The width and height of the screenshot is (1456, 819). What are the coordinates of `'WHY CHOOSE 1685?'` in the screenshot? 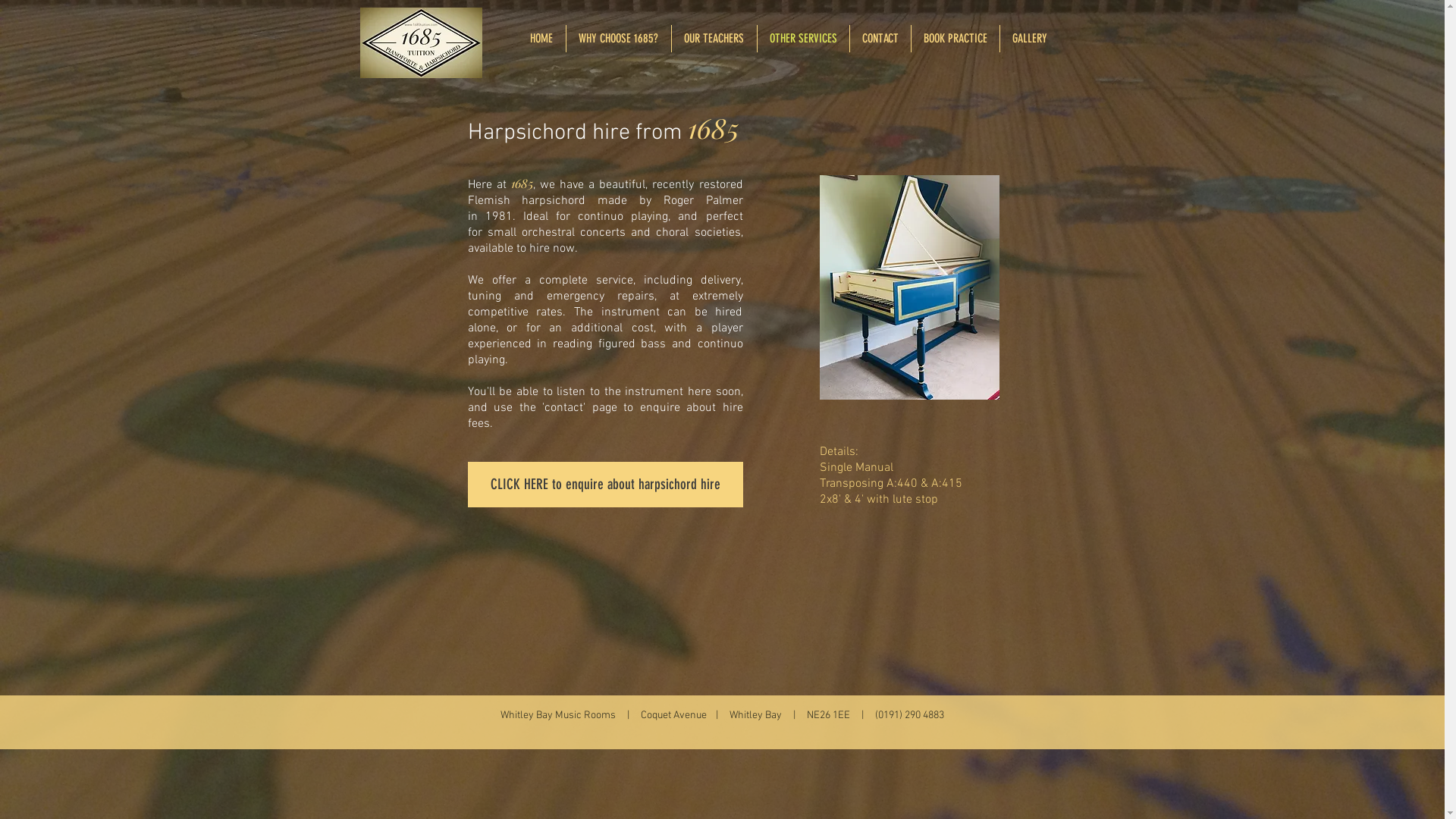 It's located at (564, 37).